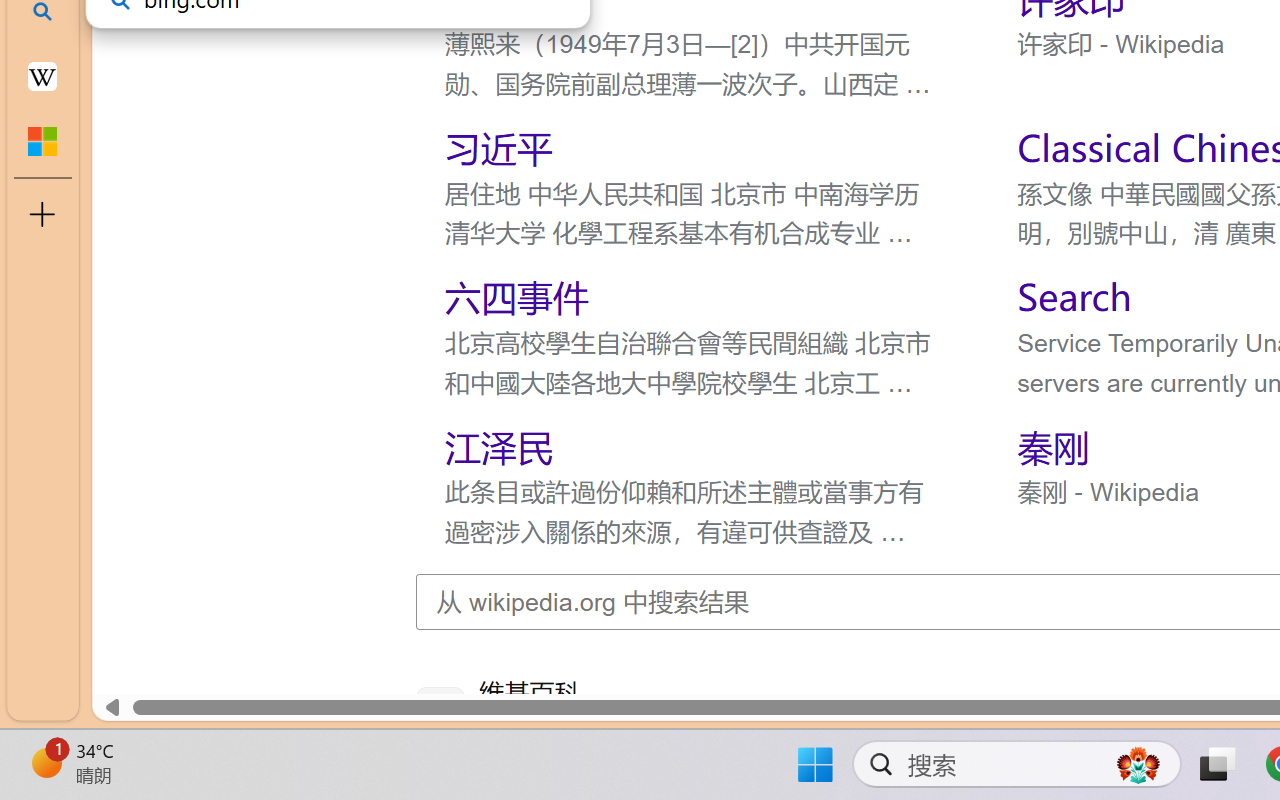 This screenshot has width=1280, height=800. Describe the element at coordinates (1072, 296) in the screenshot. I see `'Search'` at that location.